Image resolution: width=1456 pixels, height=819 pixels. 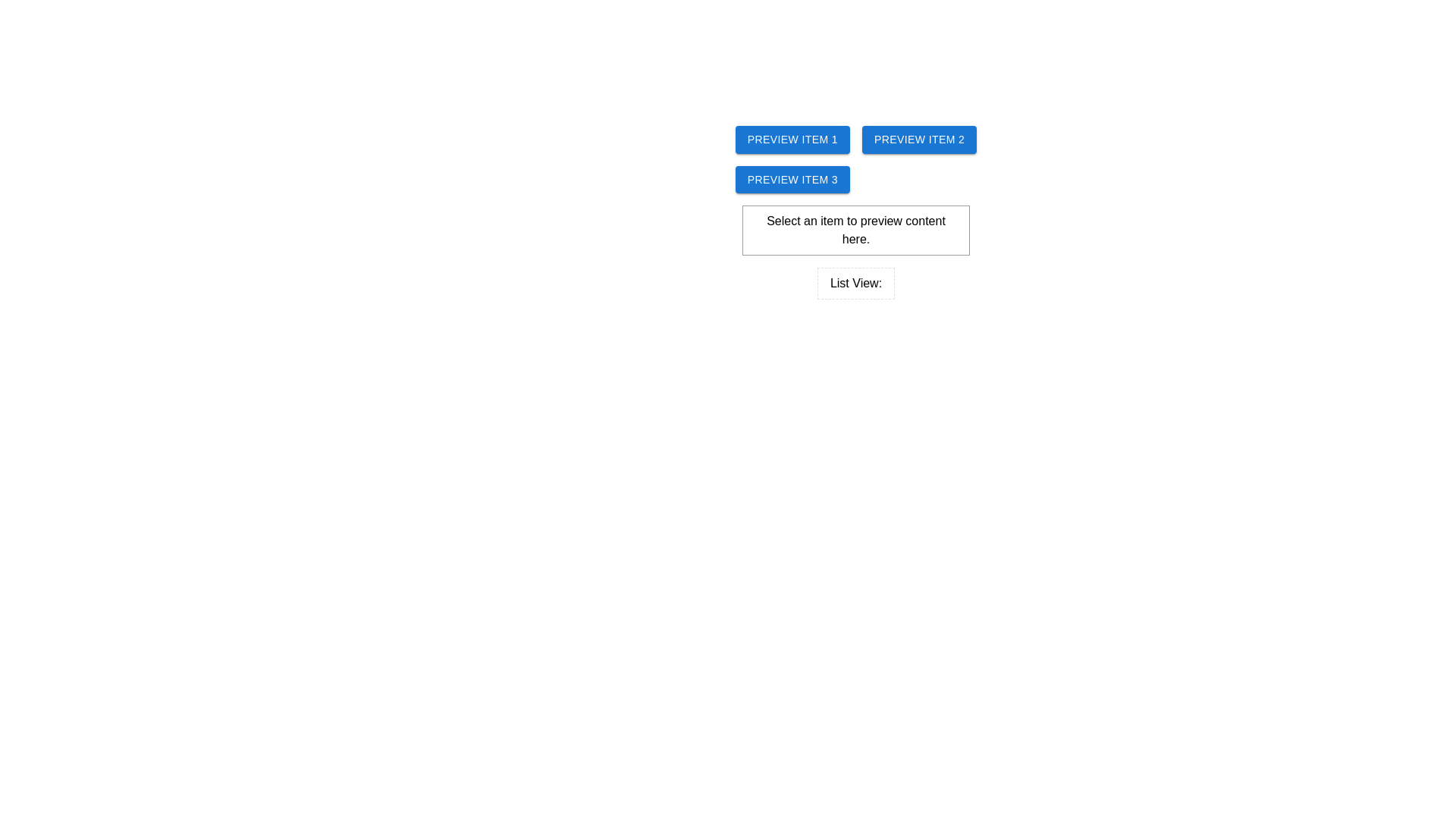 What do you see at coordinates (855, 231) in the screenshot?
I see `text from the Information display box located below the buttons 'Preview Item 1', 'Preview Item 2', and 'Preview Item 3', and above the dashed-bordered box labeled 'List View:'` at bounding box center [855, 231].